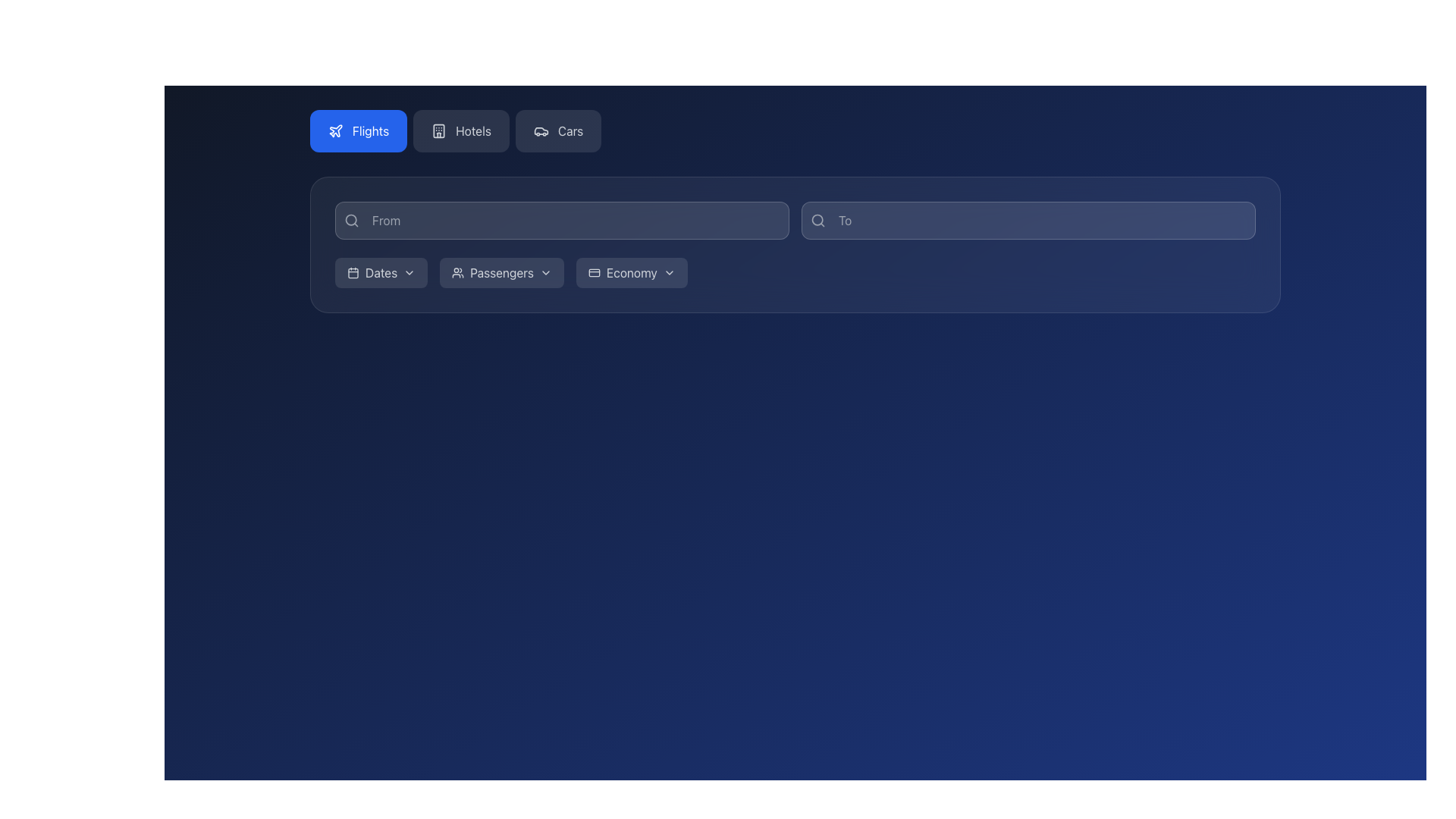 Image resolution: width=1456 pixels, height=819 pixels. Describe the element at coordinates (817, 220) in the screenshot. I see `the central circle of the search icon, which represents a magnifying glass and is located to the left of the 'To' input field in the search bar` at that location.